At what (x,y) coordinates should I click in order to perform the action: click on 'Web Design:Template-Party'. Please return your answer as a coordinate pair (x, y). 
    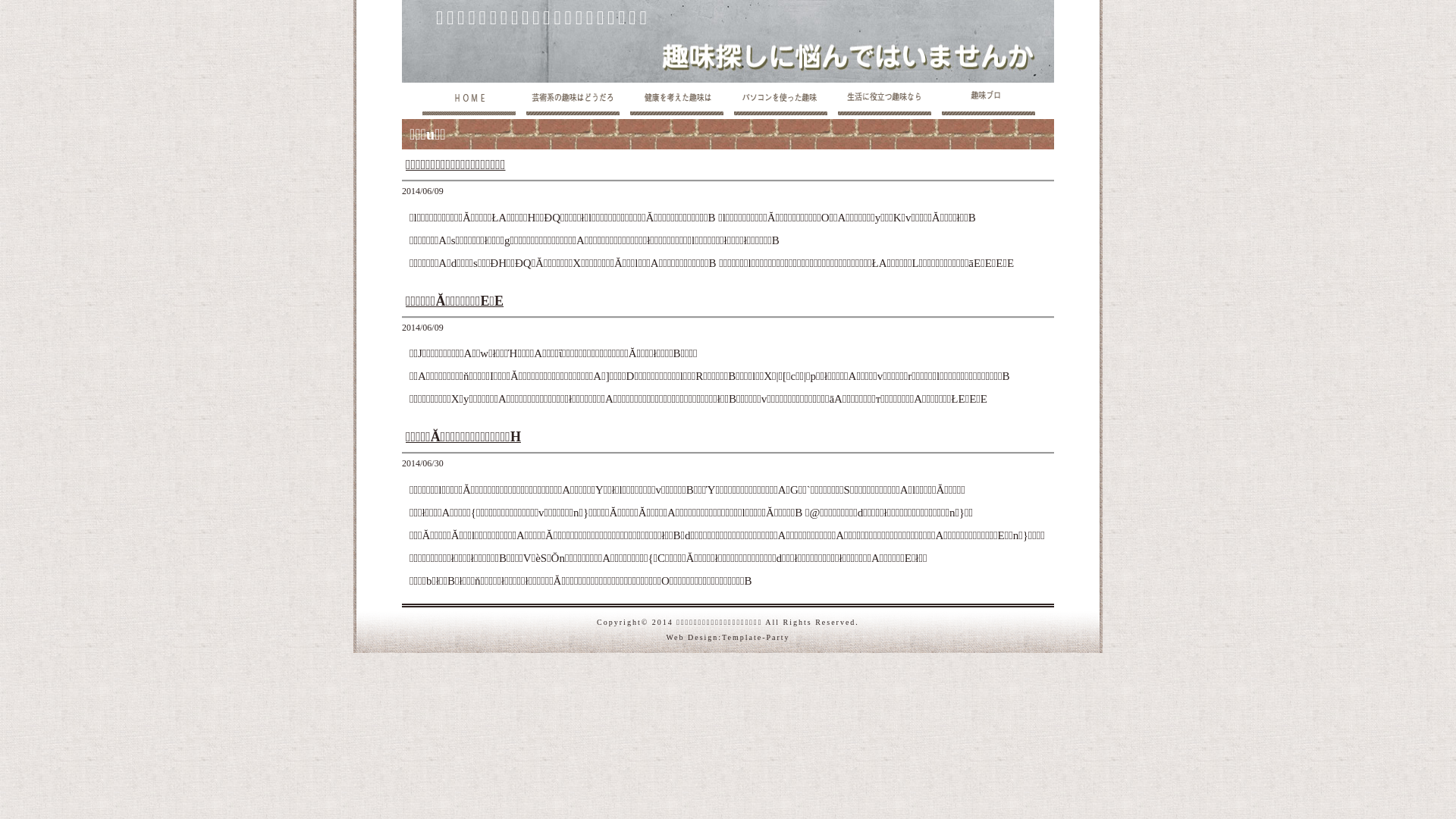
    Looking at the image, I should click on (726, 636).